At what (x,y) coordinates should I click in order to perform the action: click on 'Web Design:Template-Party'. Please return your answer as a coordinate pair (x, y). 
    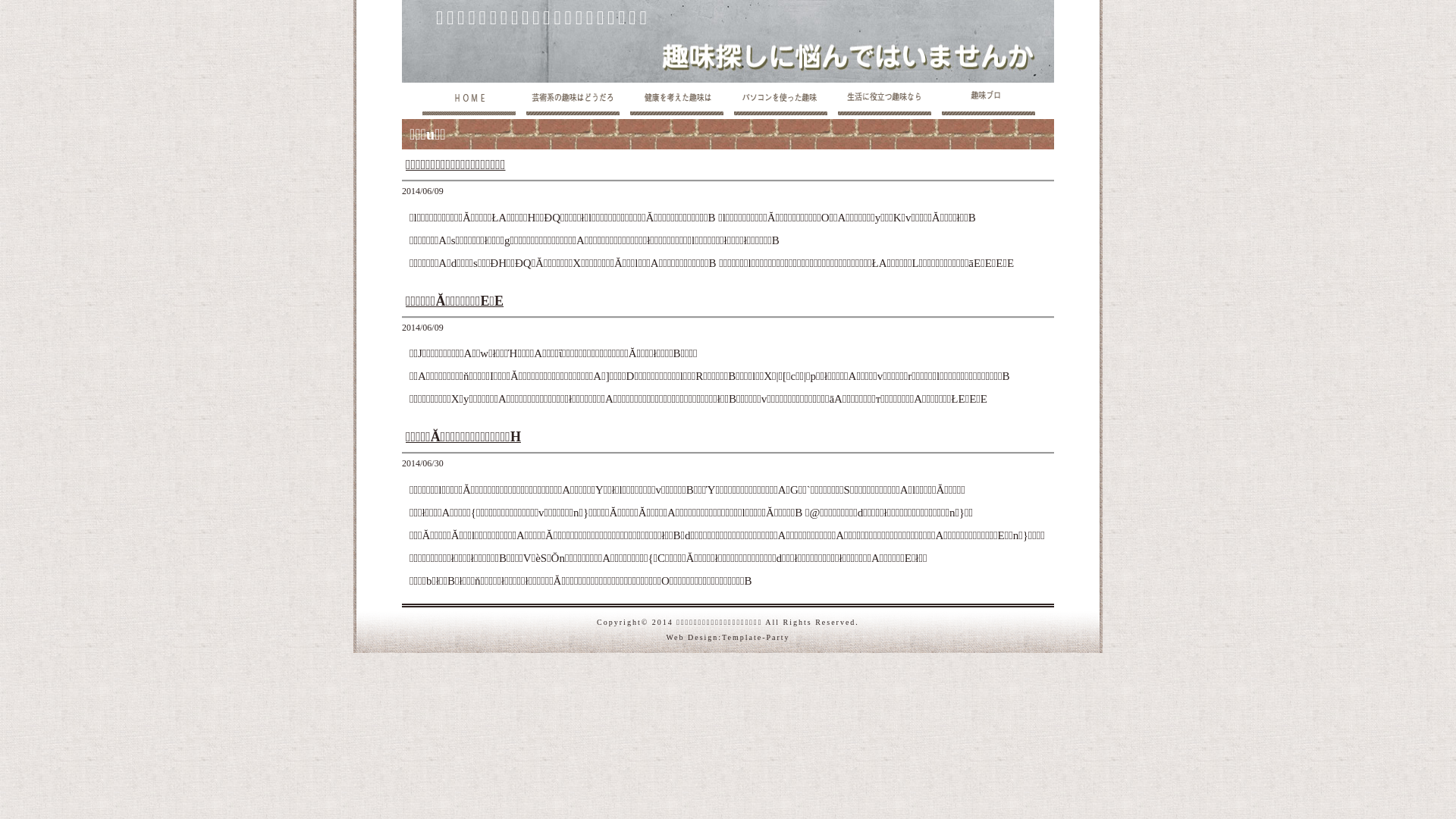
    Looking at the image, I should click on (726, 636).